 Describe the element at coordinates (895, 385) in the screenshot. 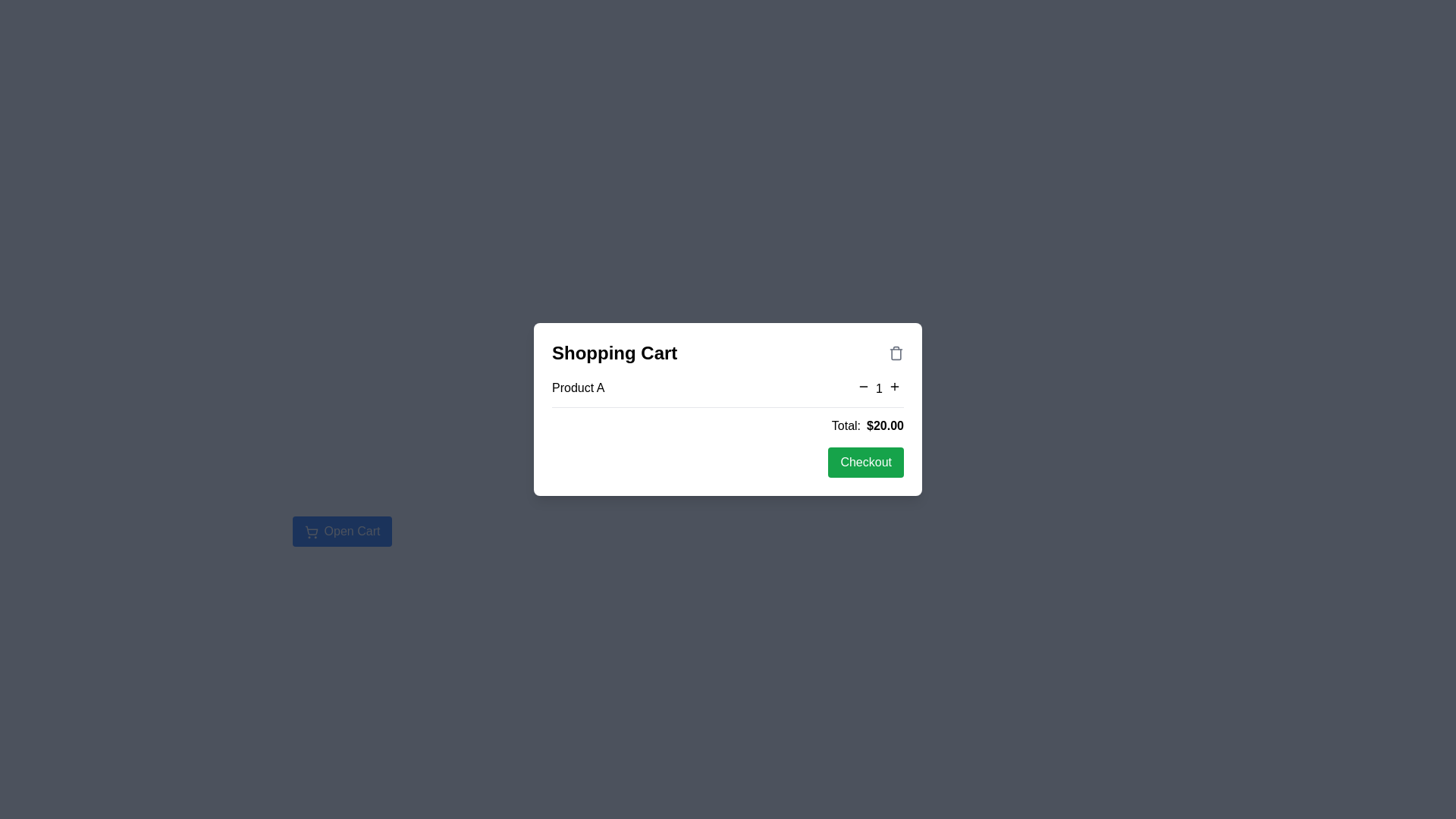

I see `the '+' SVG icon button located near the bottom-right area of the shopping cart modal window to increase the quantity of 'Product A'` at that location.